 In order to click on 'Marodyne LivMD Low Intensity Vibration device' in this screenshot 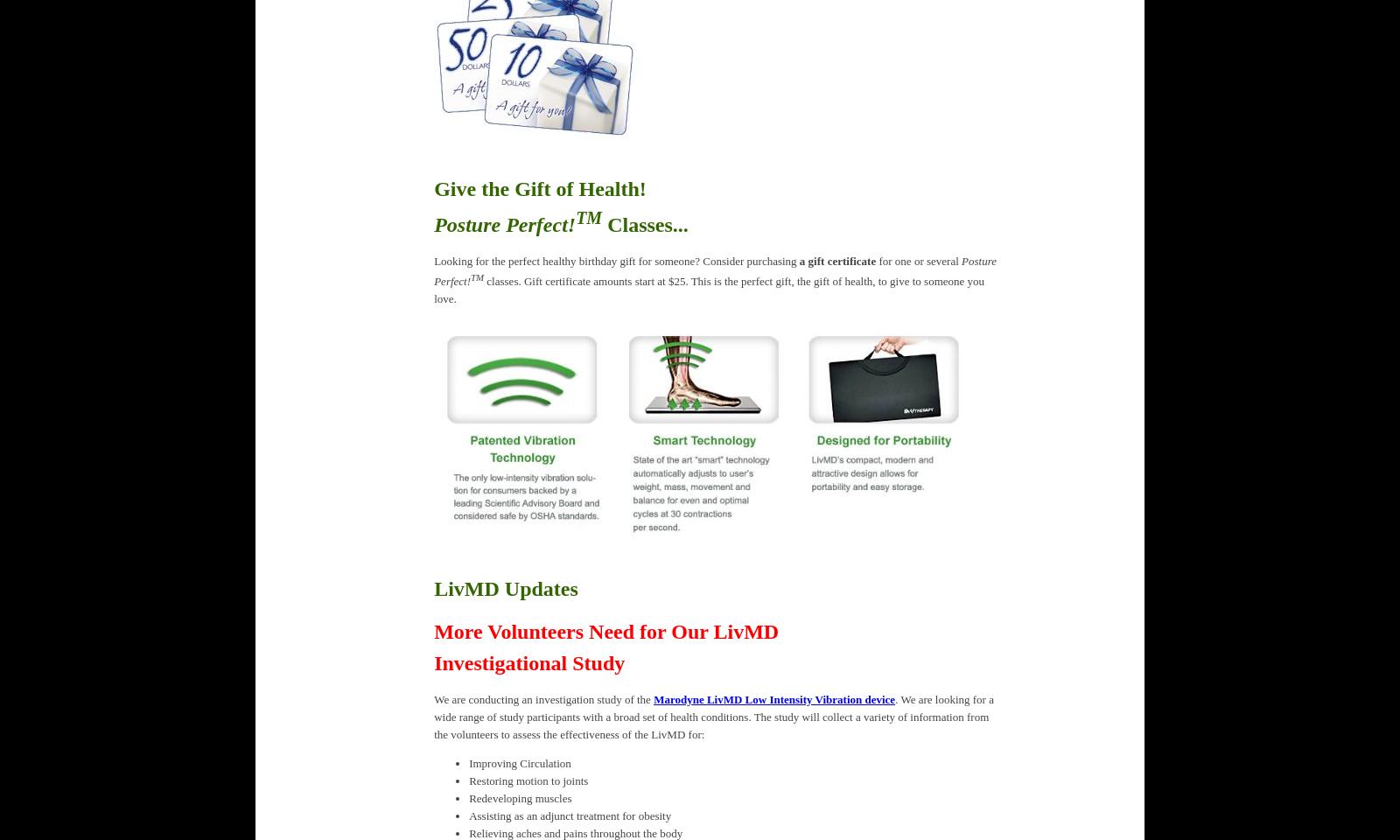, I will do `click(773, 698)`.